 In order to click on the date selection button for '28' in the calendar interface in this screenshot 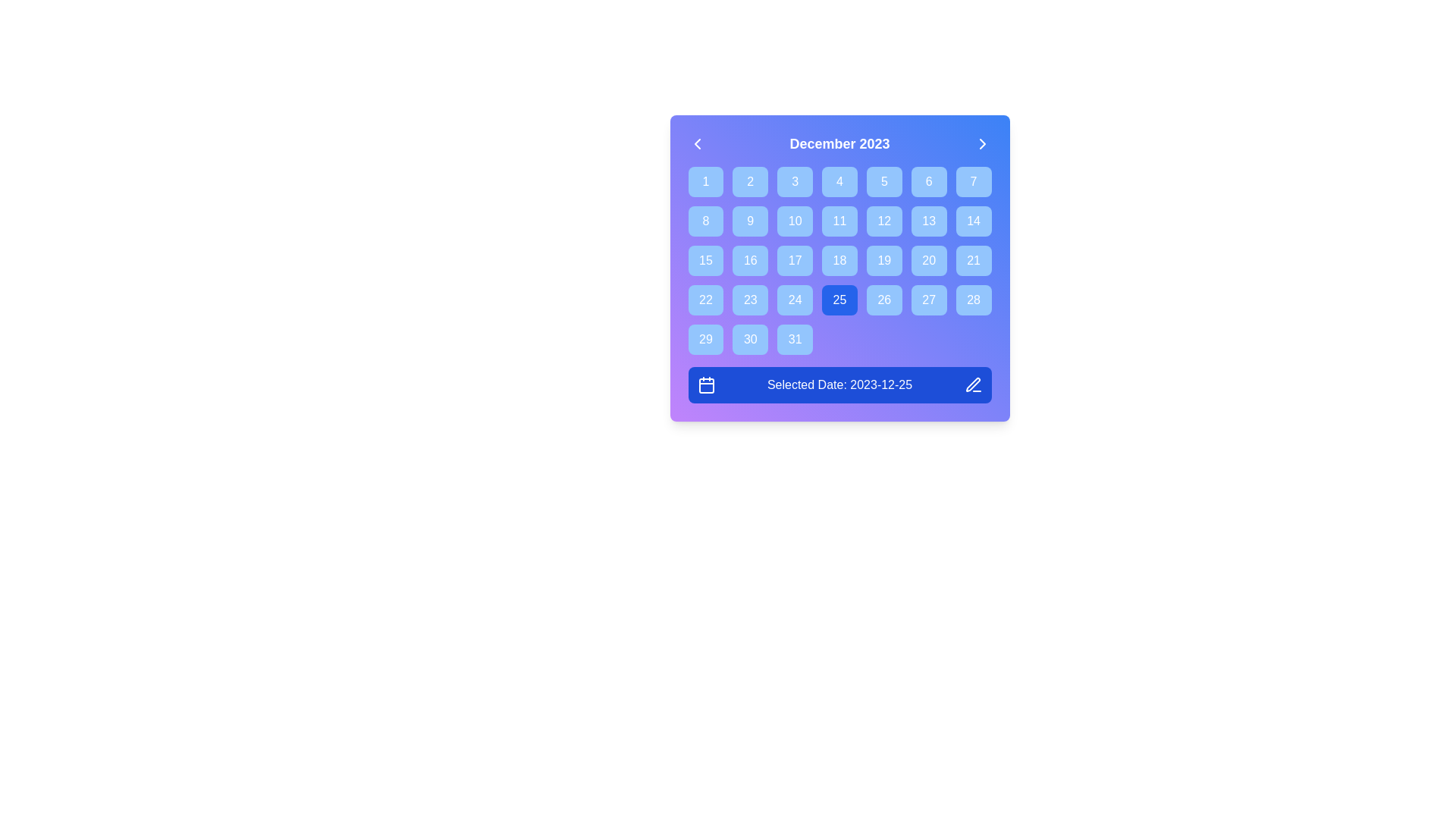, I will do `click(974, 300)`.